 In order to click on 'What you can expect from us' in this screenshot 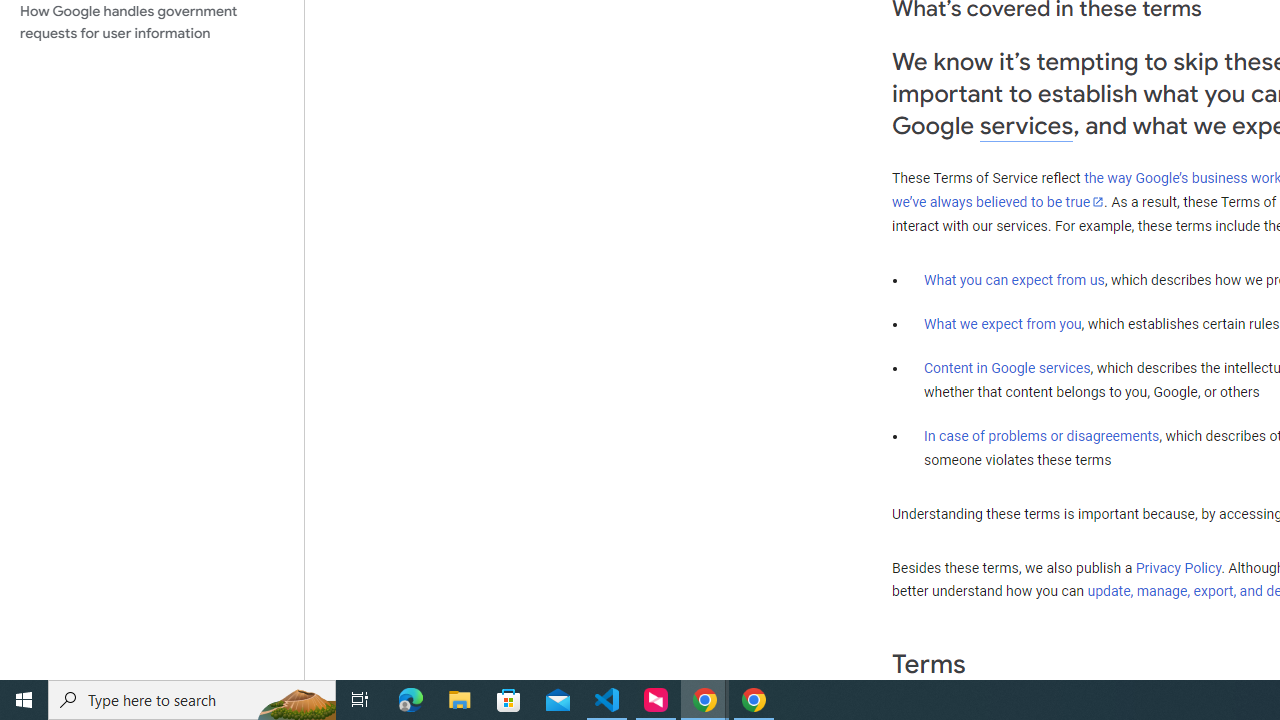, I will do `click(1014, 279)`.